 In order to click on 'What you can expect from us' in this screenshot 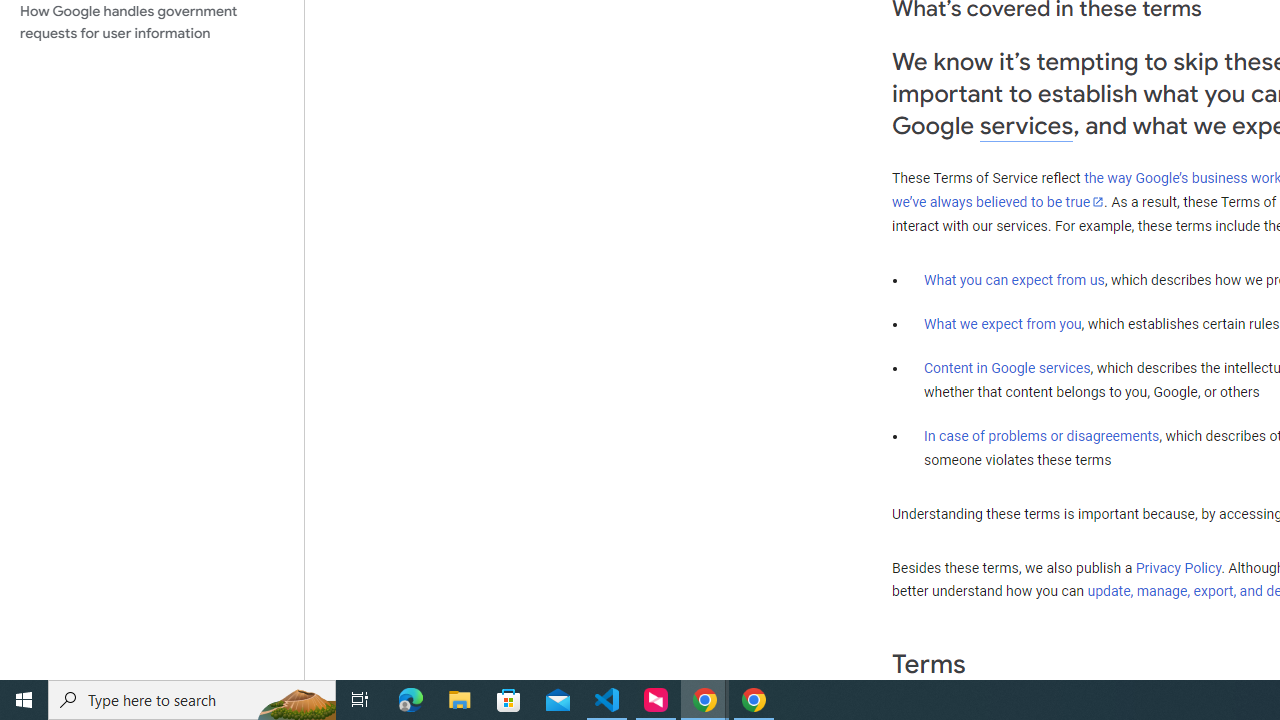, I will do `click(1014, 279)`.